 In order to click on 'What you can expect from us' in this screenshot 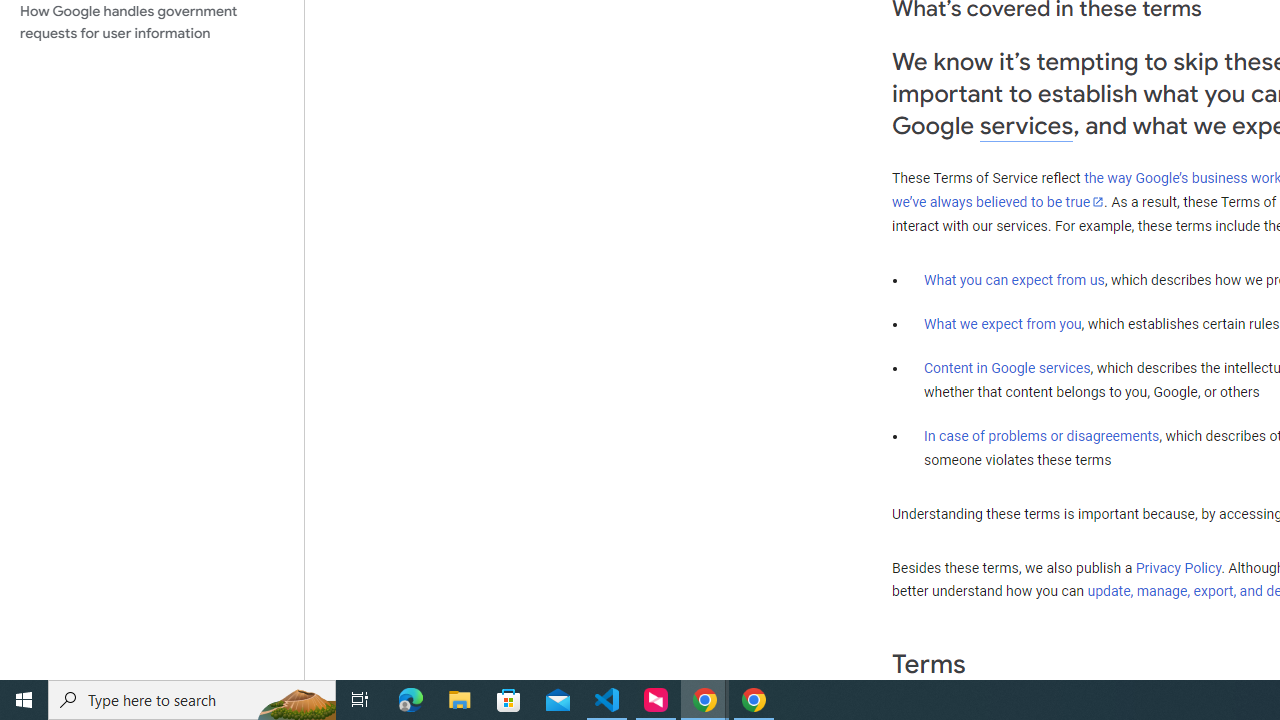, I will do `click(1014, 279)`.